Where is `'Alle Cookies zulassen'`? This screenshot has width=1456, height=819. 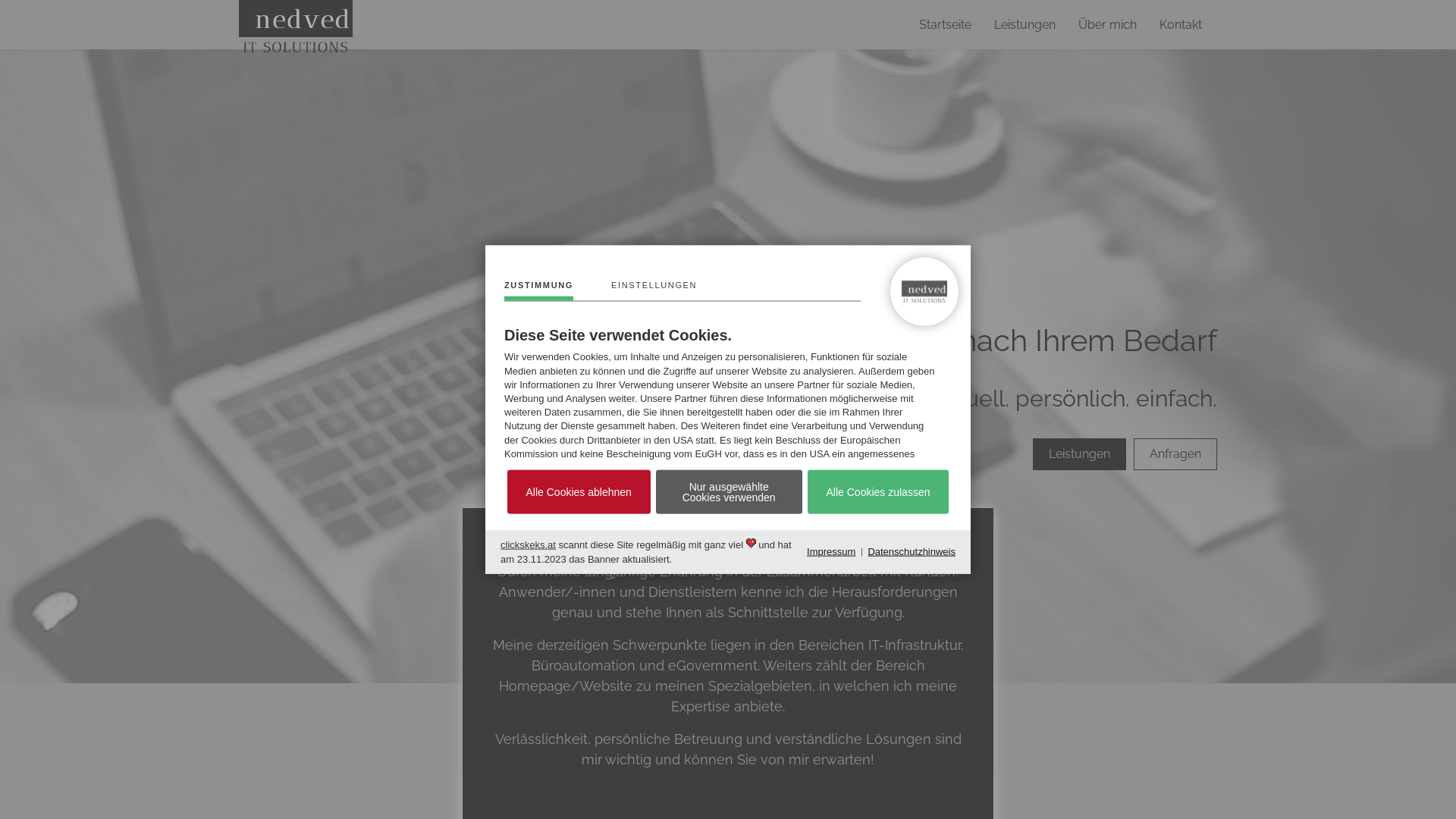 'Alle Cookies zulassen' is located at coordinates (878, 491).